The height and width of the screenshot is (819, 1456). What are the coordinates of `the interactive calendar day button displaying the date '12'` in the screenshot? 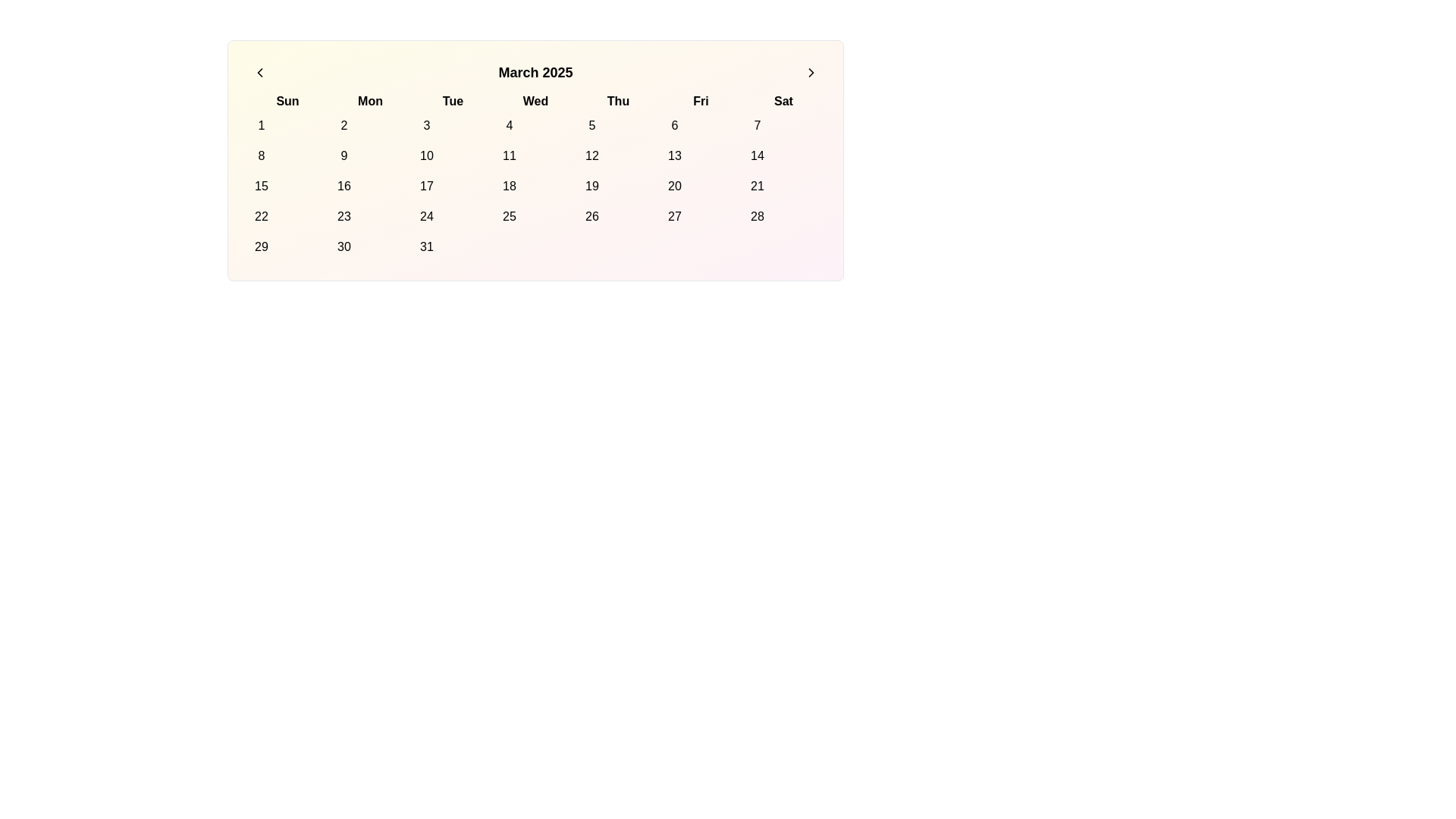 It's located at (591, 155).